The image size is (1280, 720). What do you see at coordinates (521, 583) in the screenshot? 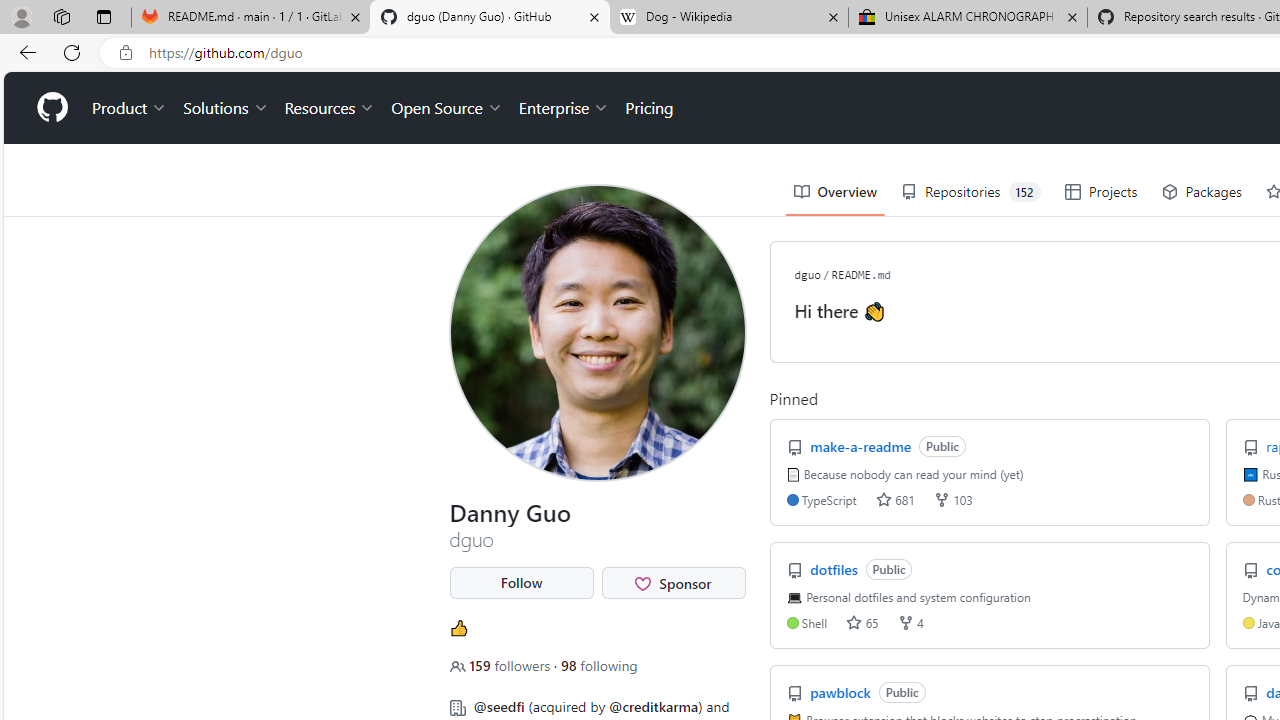
I see `'Follow'` at bounding box center [521, 583].